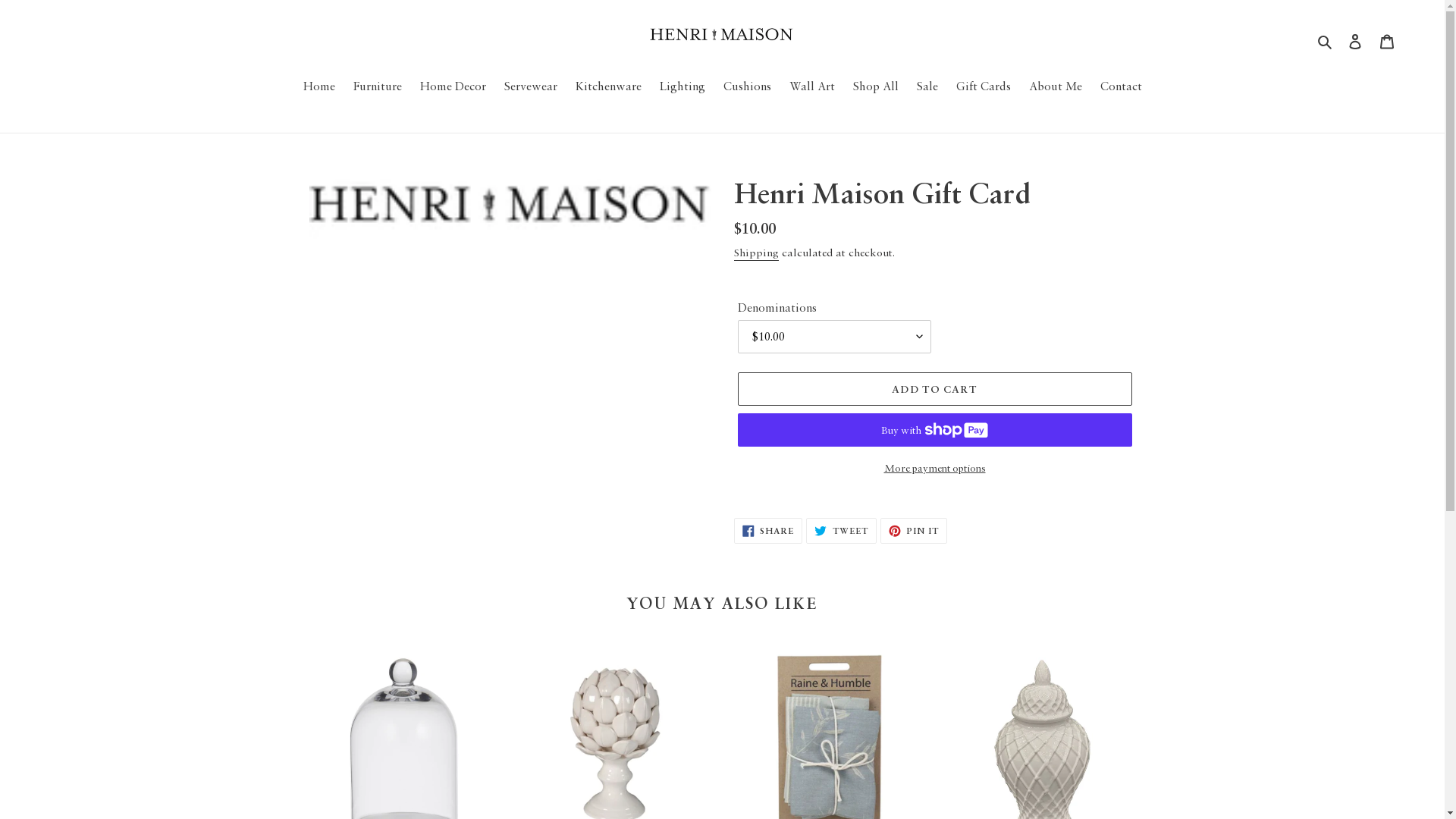 This screenshot has height=819, width=1456. I want to click on 'Kitchenware', so click(607, 86).